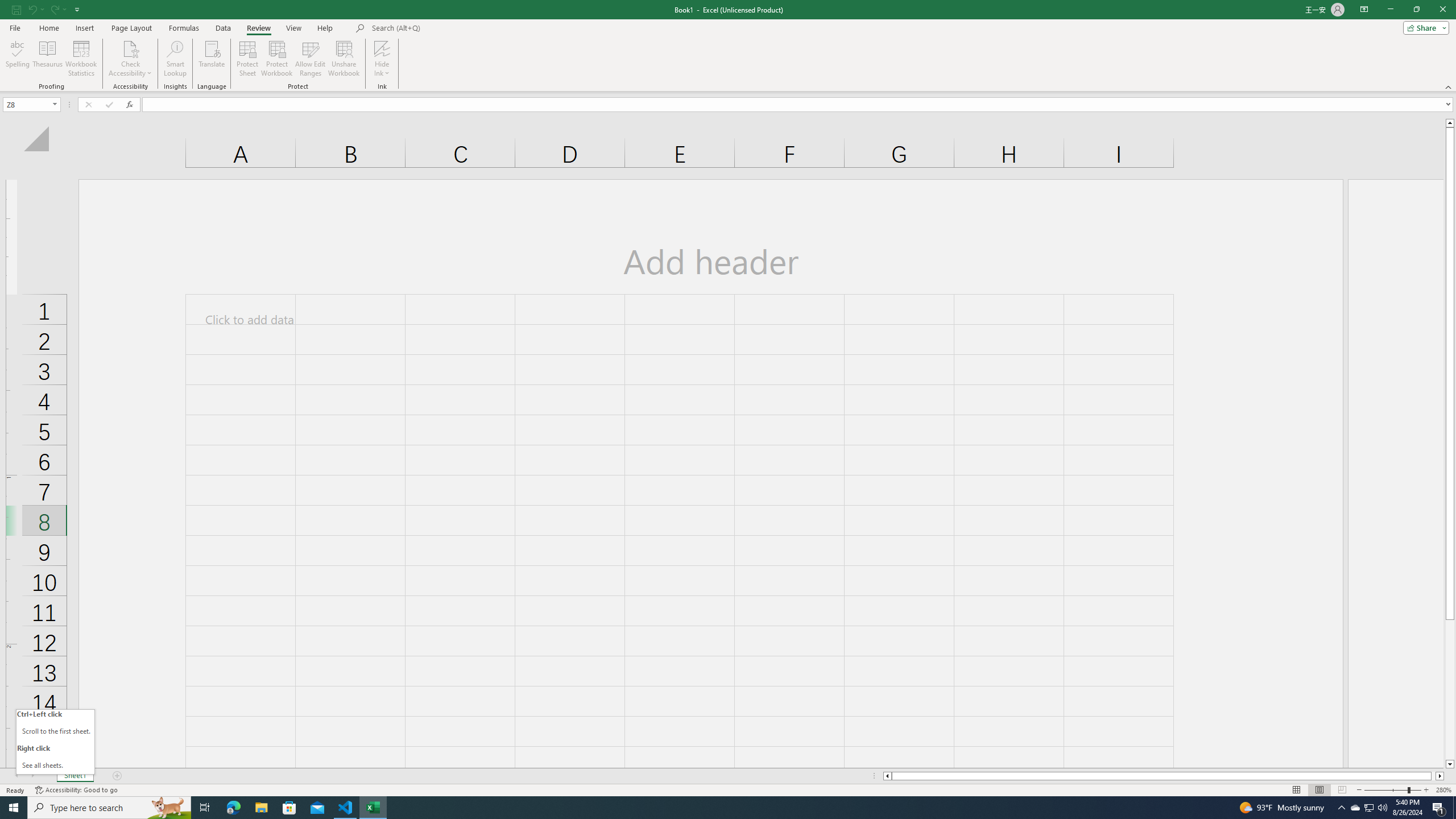 This screenshot has width=1456, height=819. I want to click on 'Page Layout', so click(131, 28).